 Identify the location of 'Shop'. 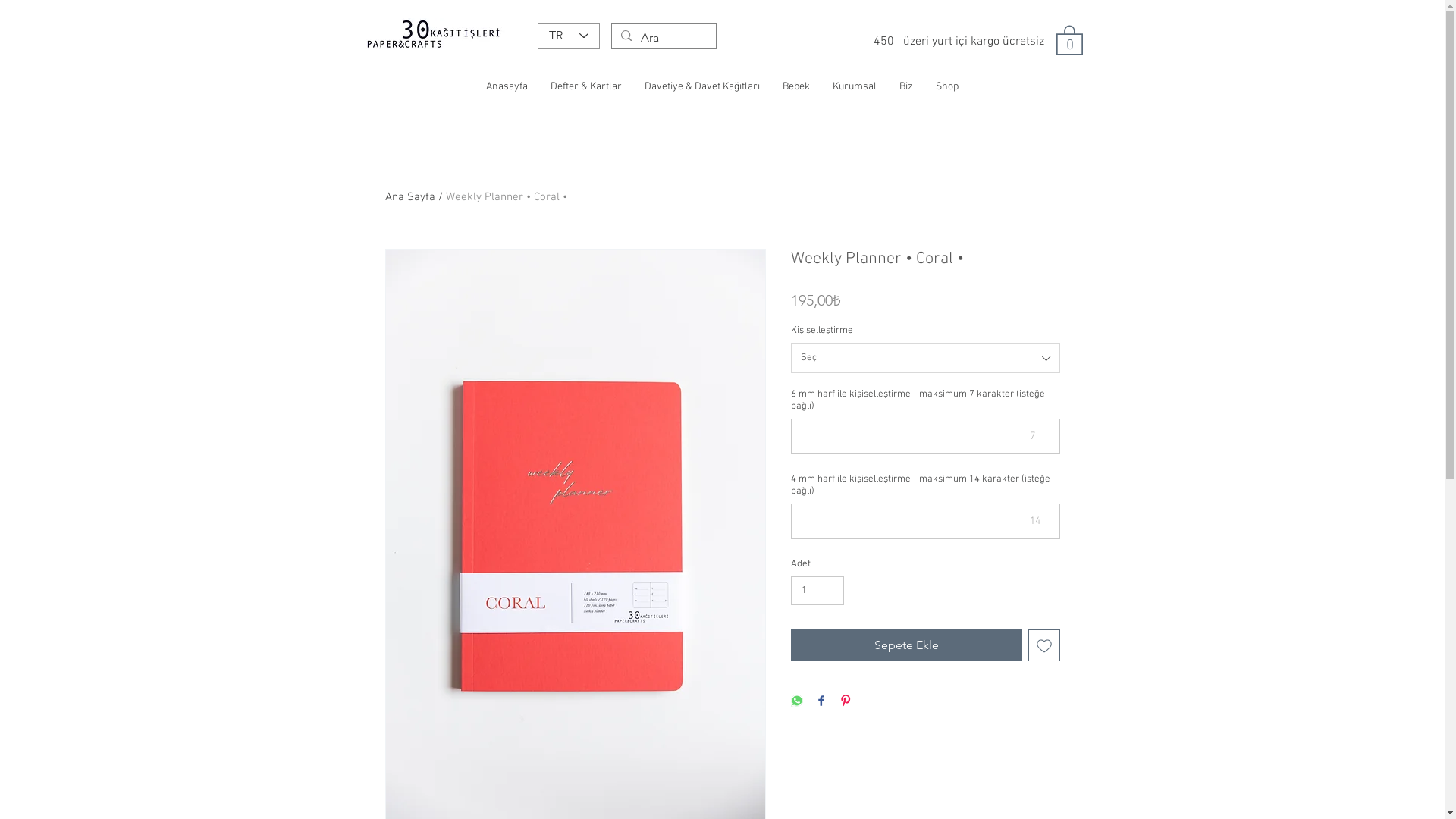
(946, 87).